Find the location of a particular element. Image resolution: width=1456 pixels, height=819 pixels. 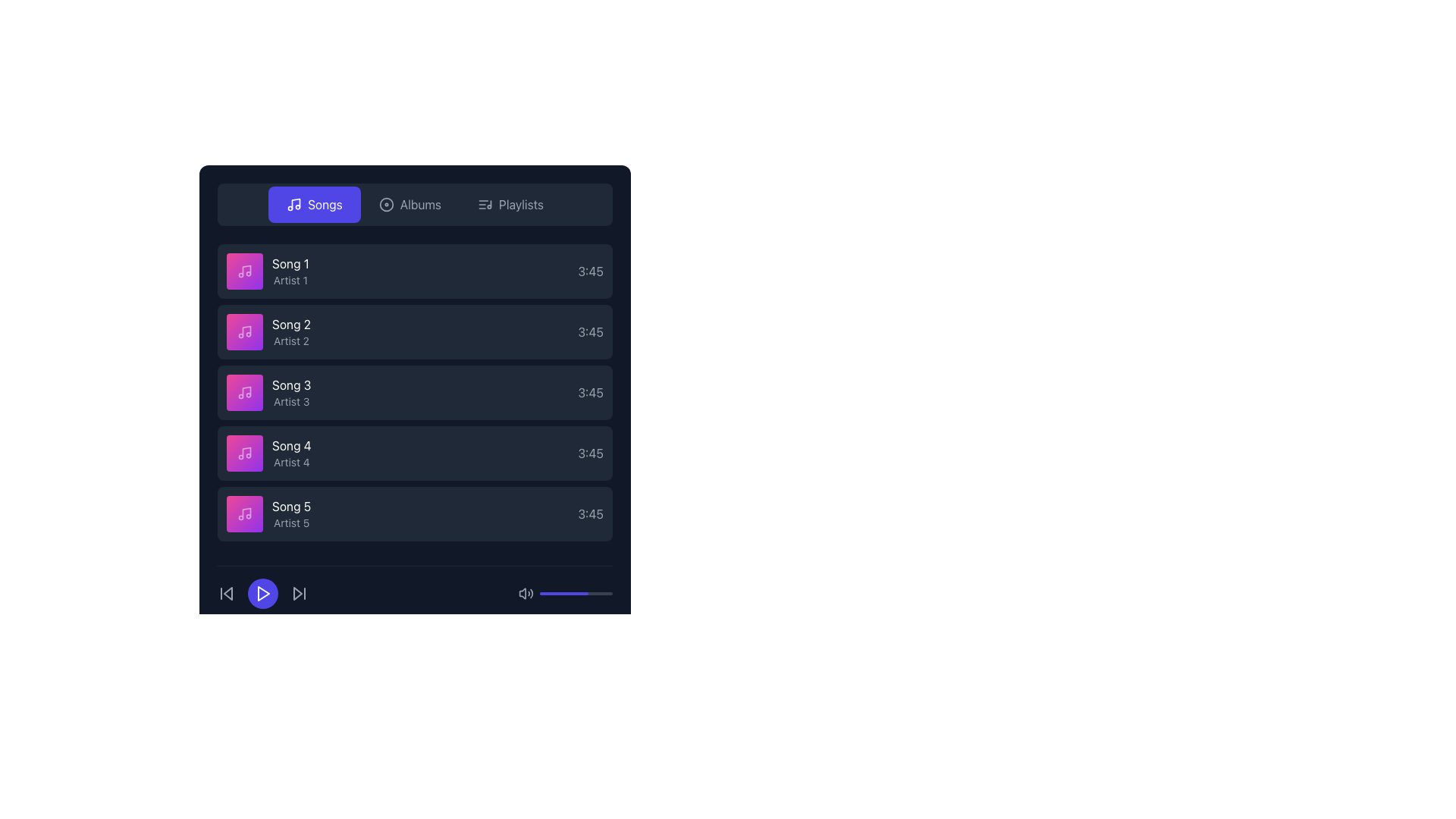

the stylized music note icon located within the fourth item of the vertical list of song entries, specifically for 'Song 4' by 'Artist 4', represented in a purple square tile is located at coordinates (246, 451).